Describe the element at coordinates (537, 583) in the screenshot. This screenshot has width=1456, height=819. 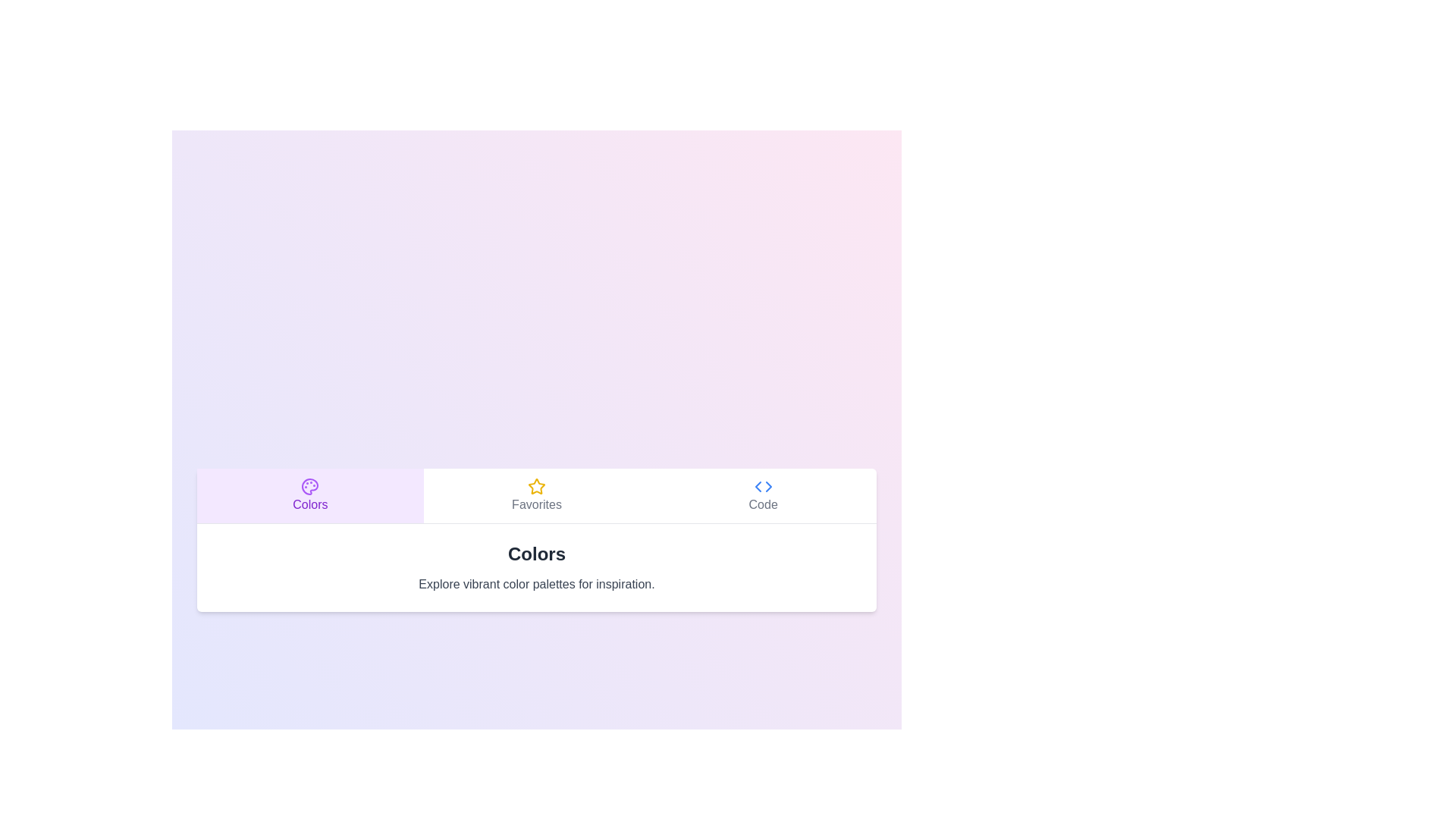
I see `the description text displayed below the active tab` at that location.